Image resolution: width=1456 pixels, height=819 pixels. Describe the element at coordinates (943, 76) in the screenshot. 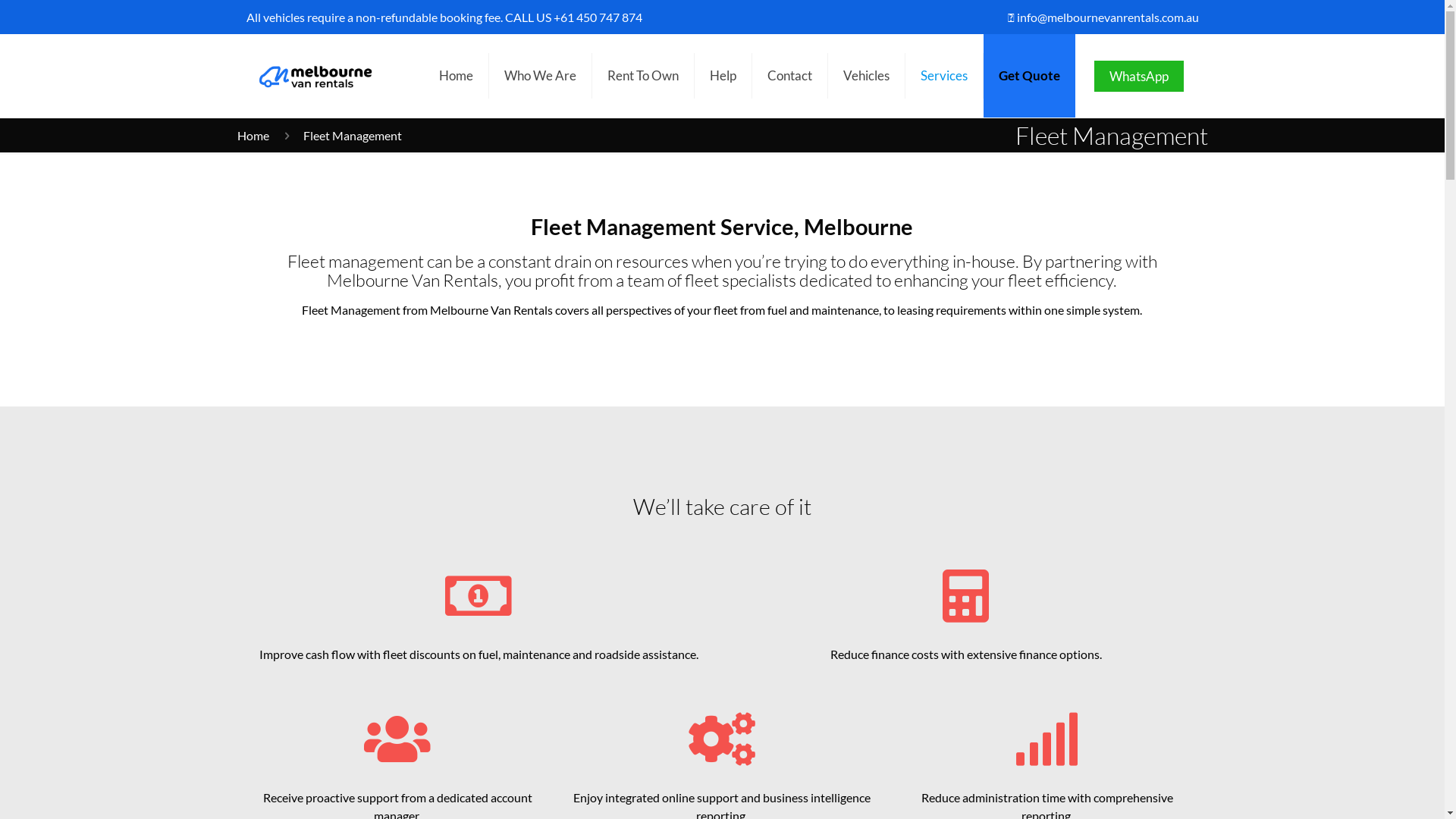

I see `'Services'` at that location.